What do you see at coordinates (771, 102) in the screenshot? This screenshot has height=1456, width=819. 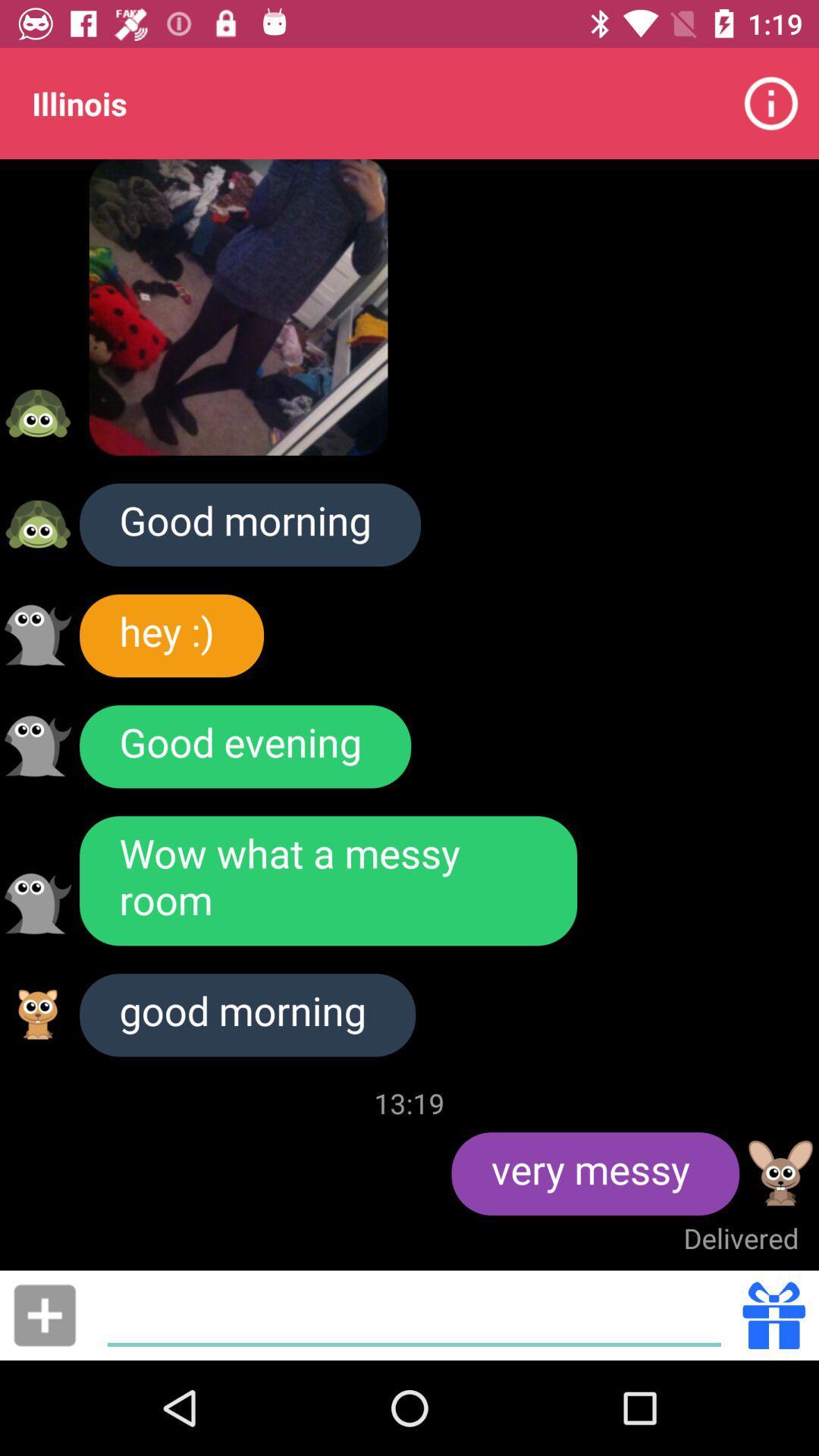 I see `item at the top right corner` at bounding box center [771, 102].